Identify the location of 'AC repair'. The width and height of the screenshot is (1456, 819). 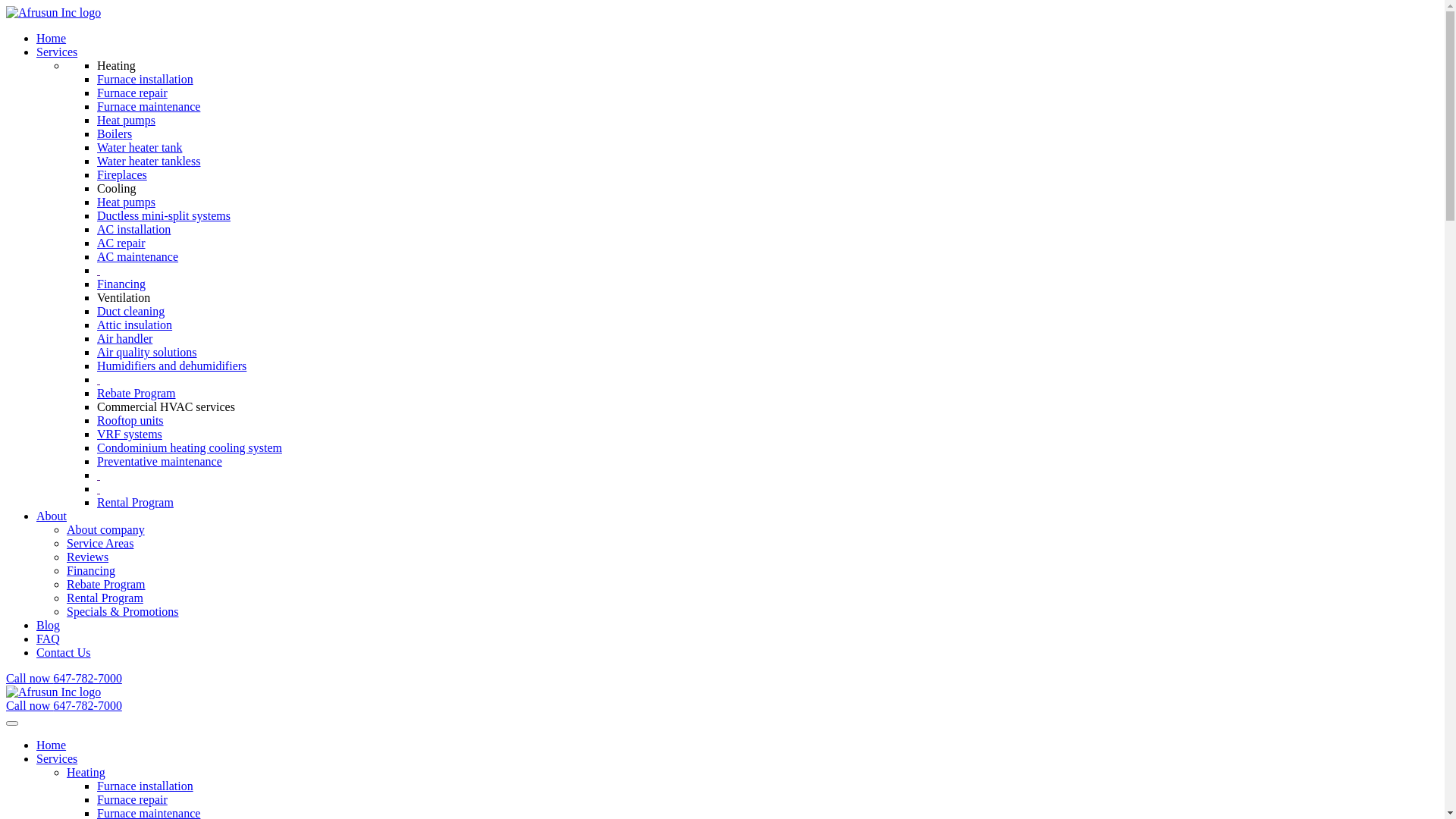
(120, 242).